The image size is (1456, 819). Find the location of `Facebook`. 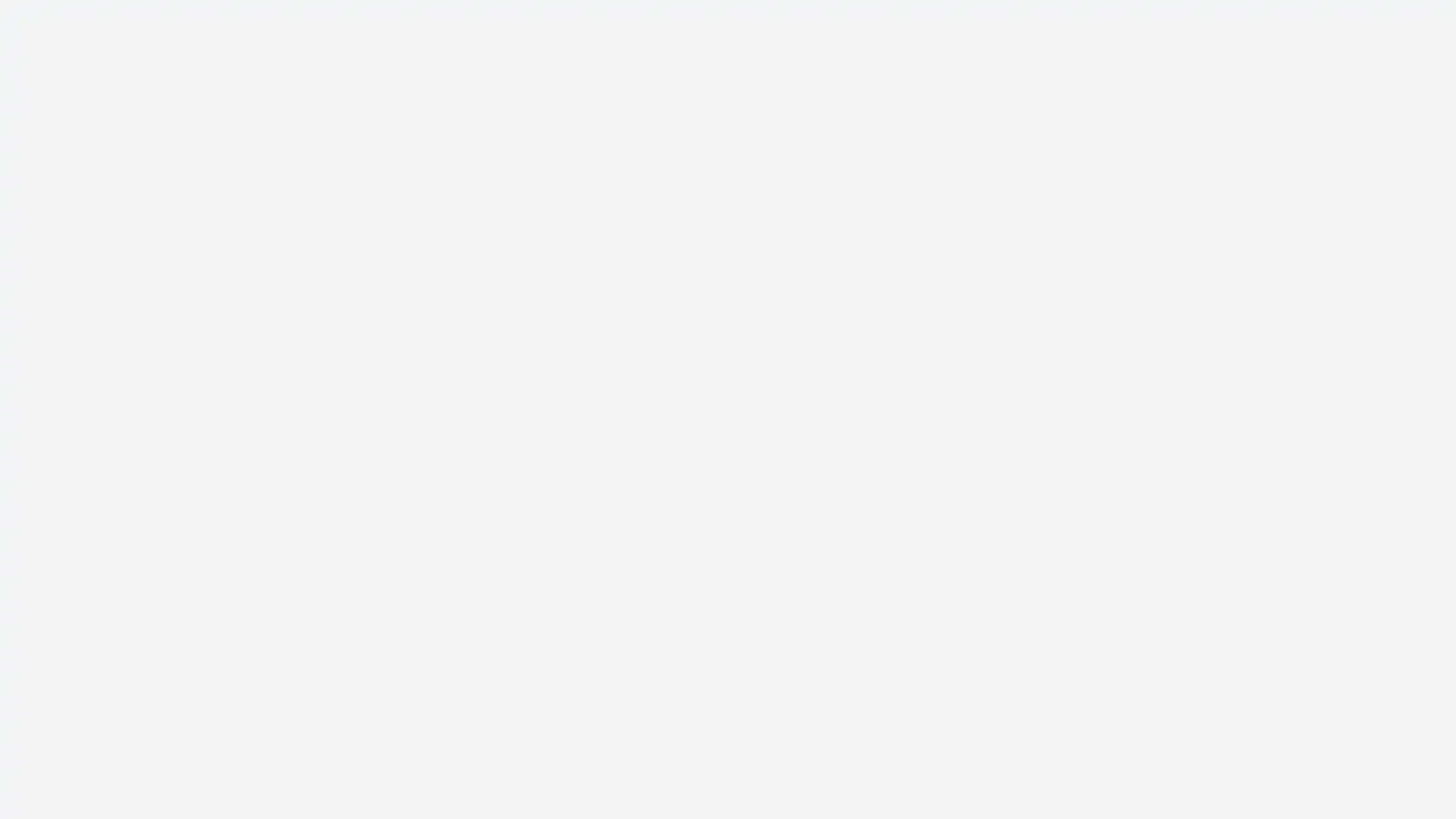

Facebook is located at coordinates (639, 152).